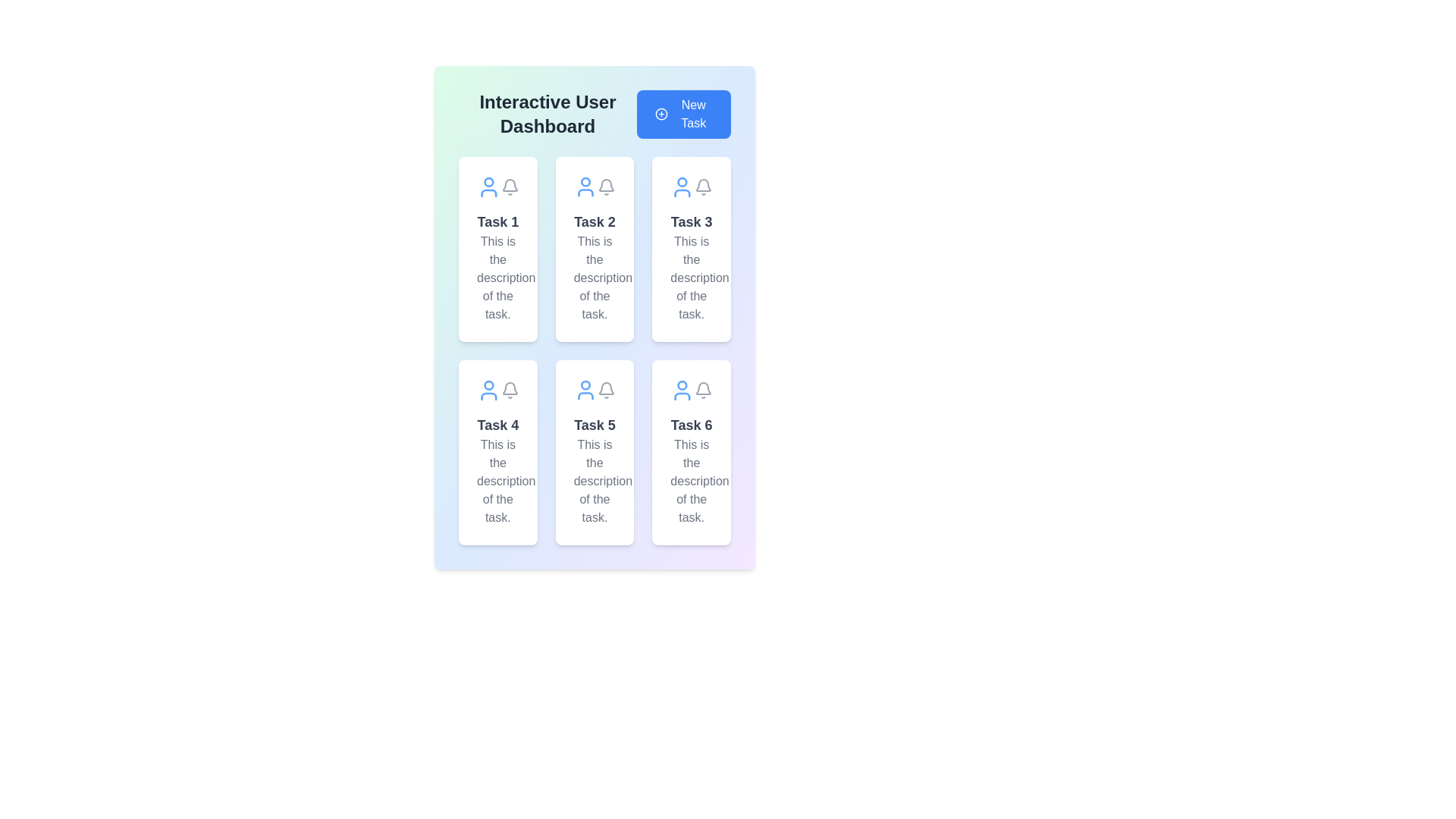 This screenshot has width=1456, height=819. What do you see at coordinates (497, 248) in the screenshot?
I see `the first Informational card in the dashboard` at bounding box center [497, 248].